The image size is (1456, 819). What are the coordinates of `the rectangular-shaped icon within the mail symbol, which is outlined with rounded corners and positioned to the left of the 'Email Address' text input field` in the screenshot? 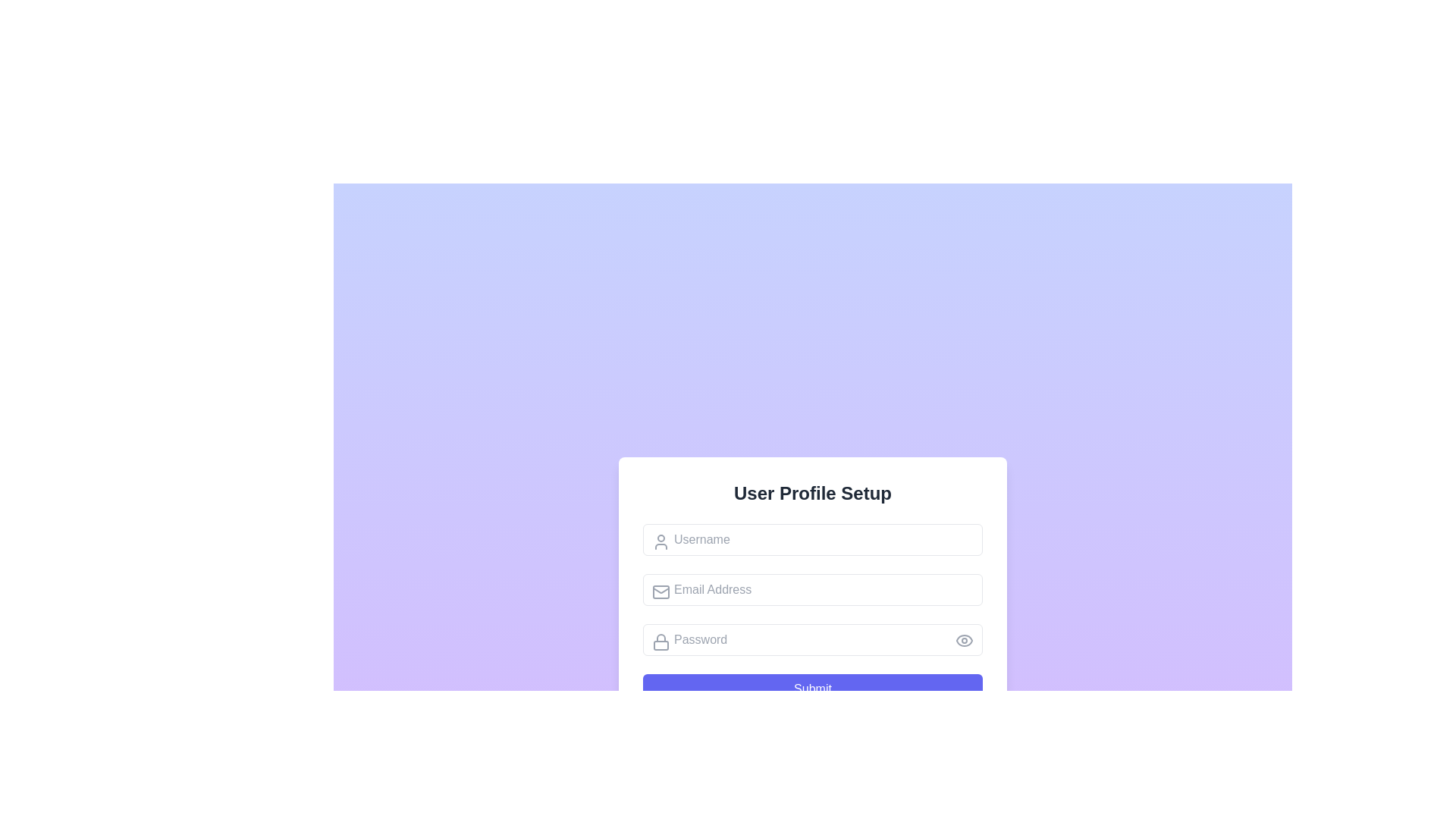 It's located at (661, 591).